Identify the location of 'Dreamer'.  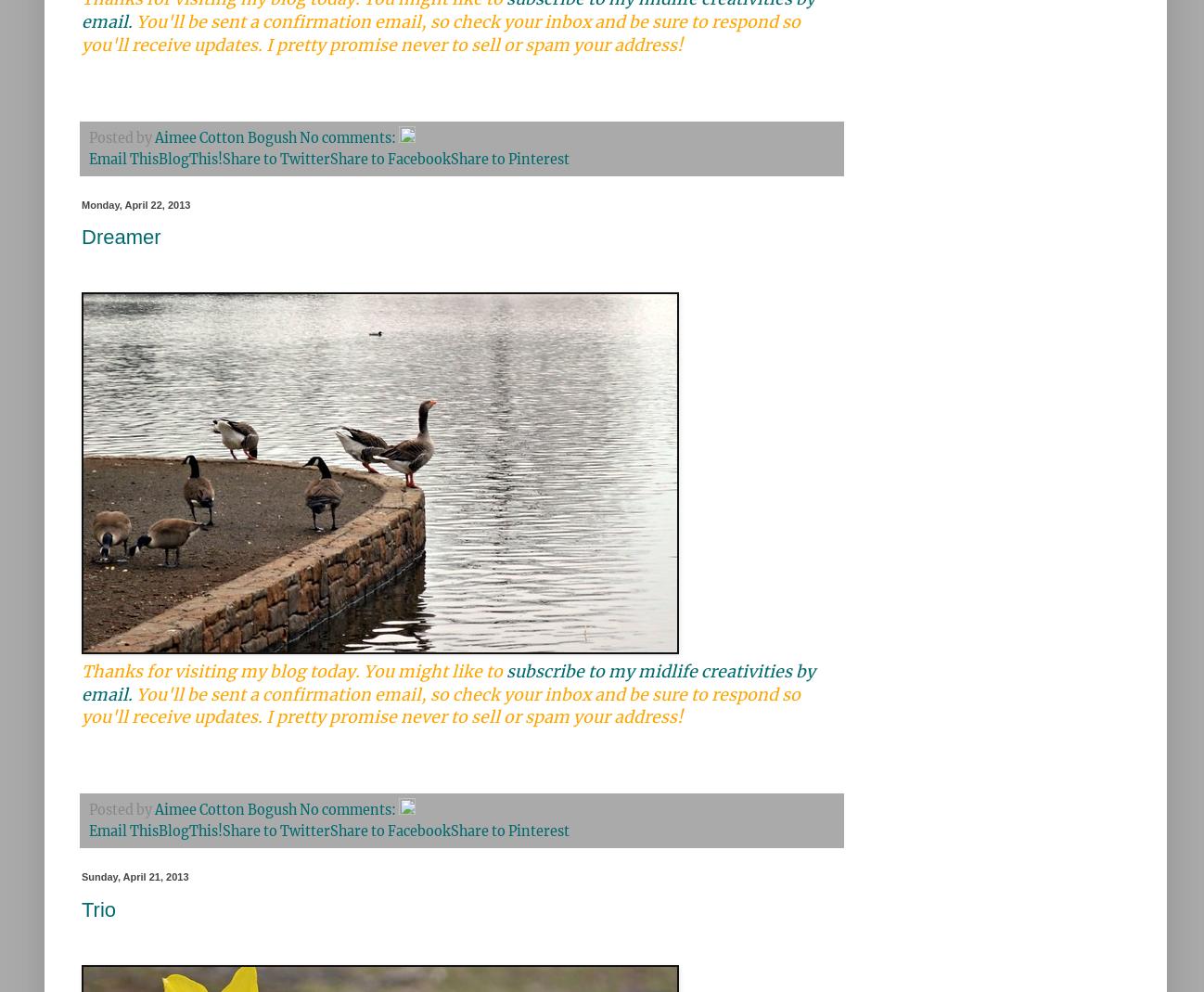
(120, 236).